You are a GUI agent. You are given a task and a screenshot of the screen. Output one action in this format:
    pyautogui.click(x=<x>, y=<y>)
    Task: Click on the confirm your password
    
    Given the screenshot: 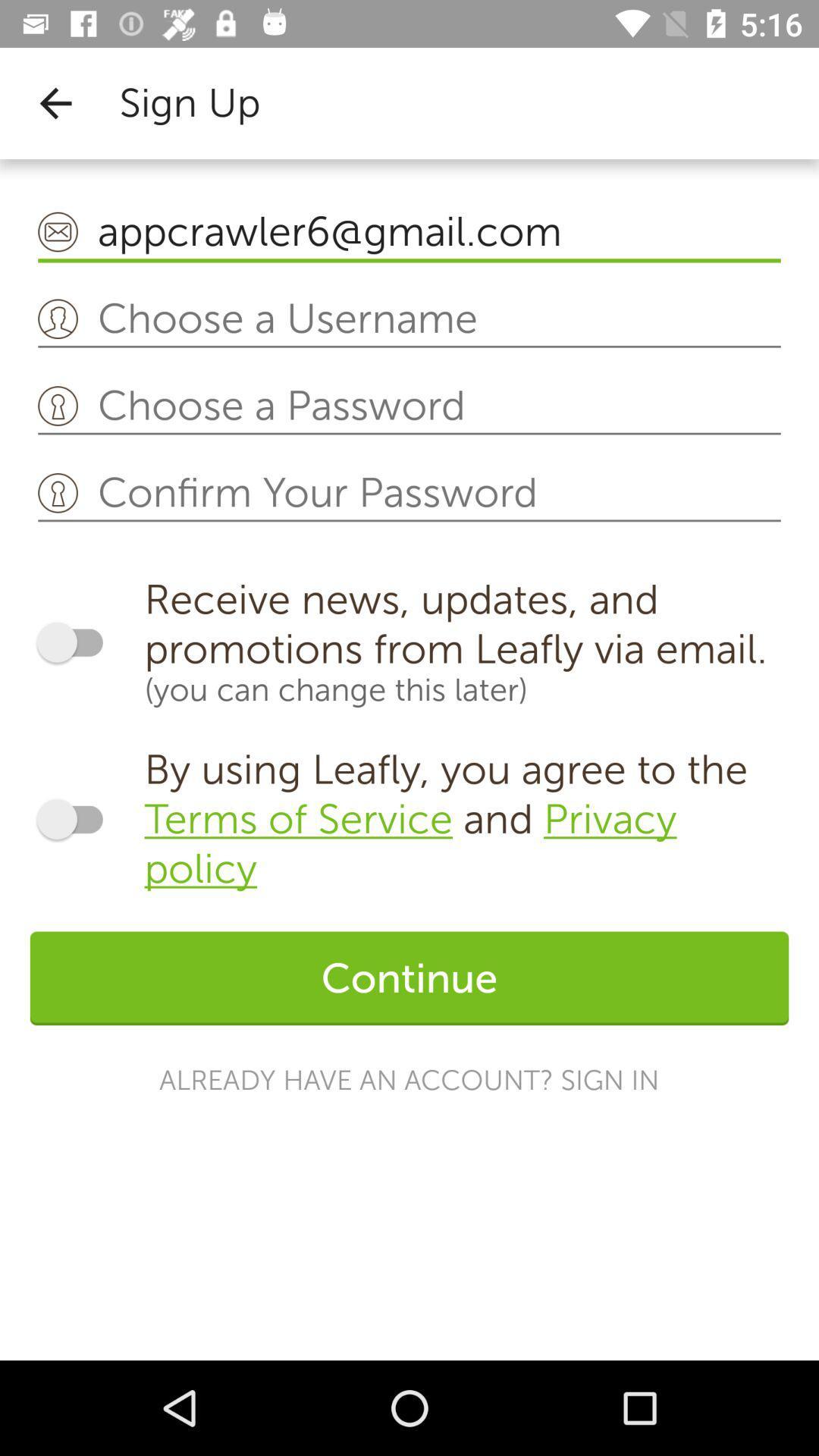 What is the action you would take?
    pyautogui.click(x=409, y=494)
    